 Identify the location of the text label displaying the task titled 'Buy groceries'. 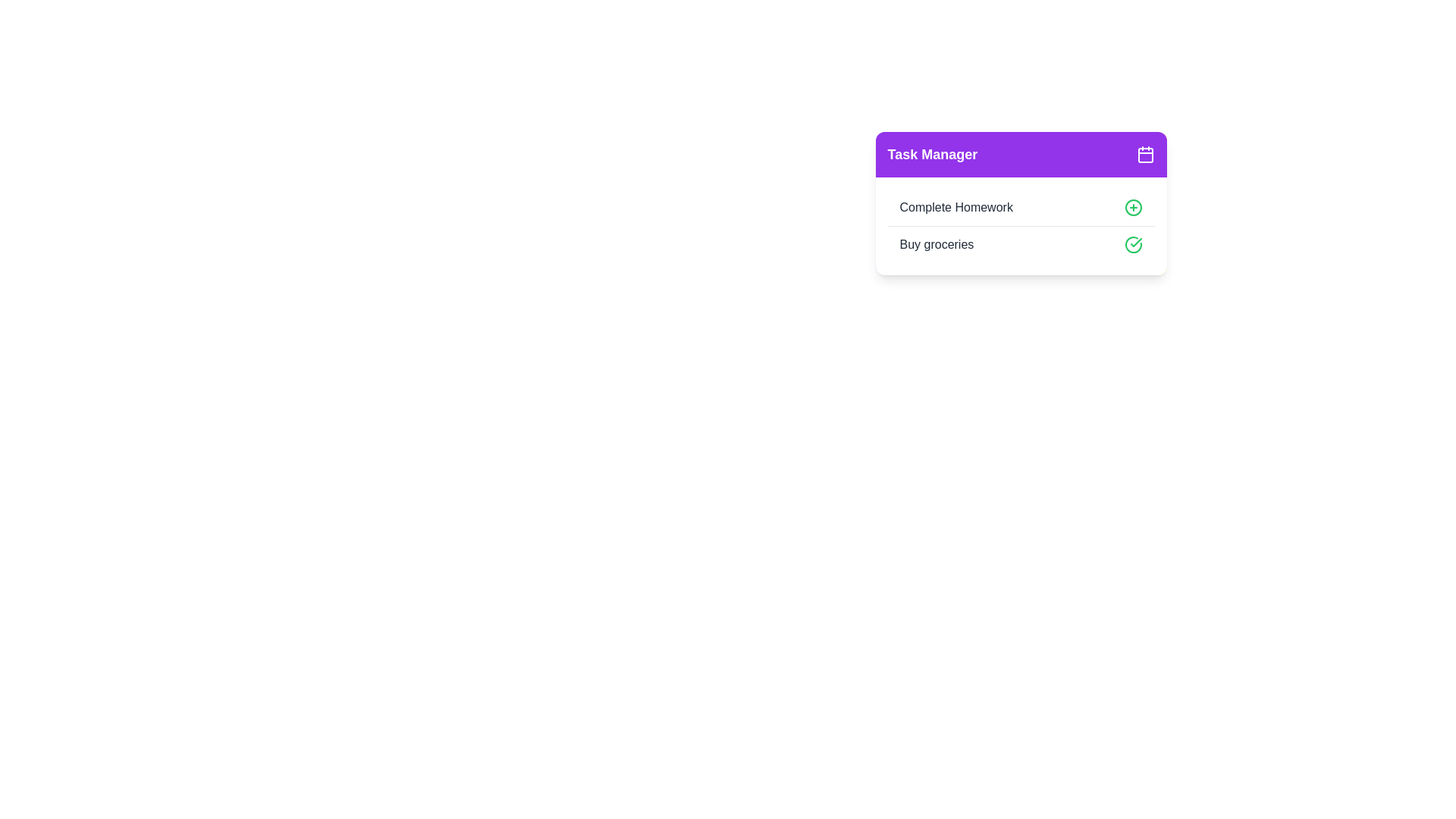
(935, 244).